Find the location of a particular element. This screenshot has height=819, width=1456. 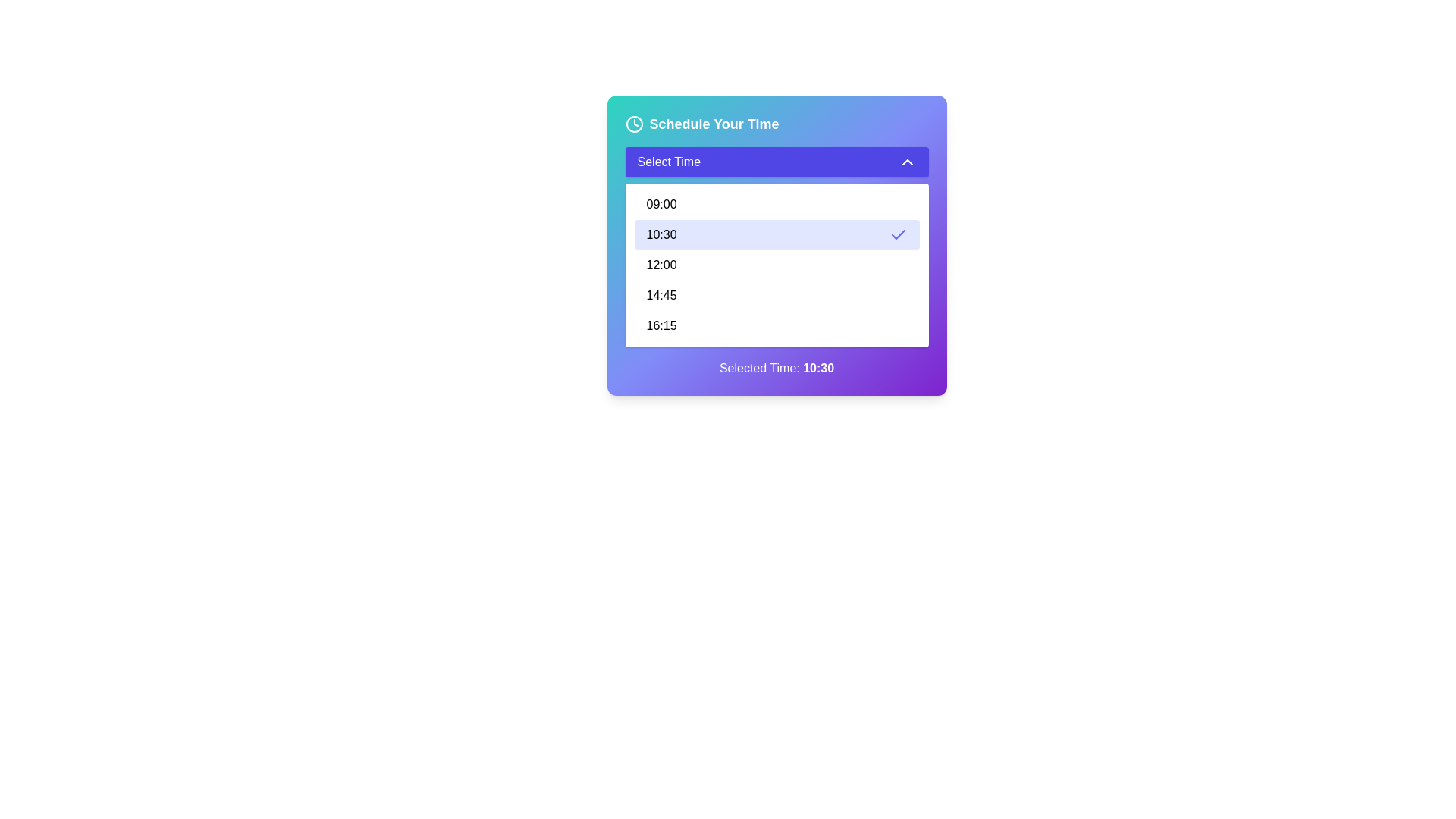

the chevron-up icon located at the top-right corner of the 'Select Time' button is located at coordinates (907, 162).